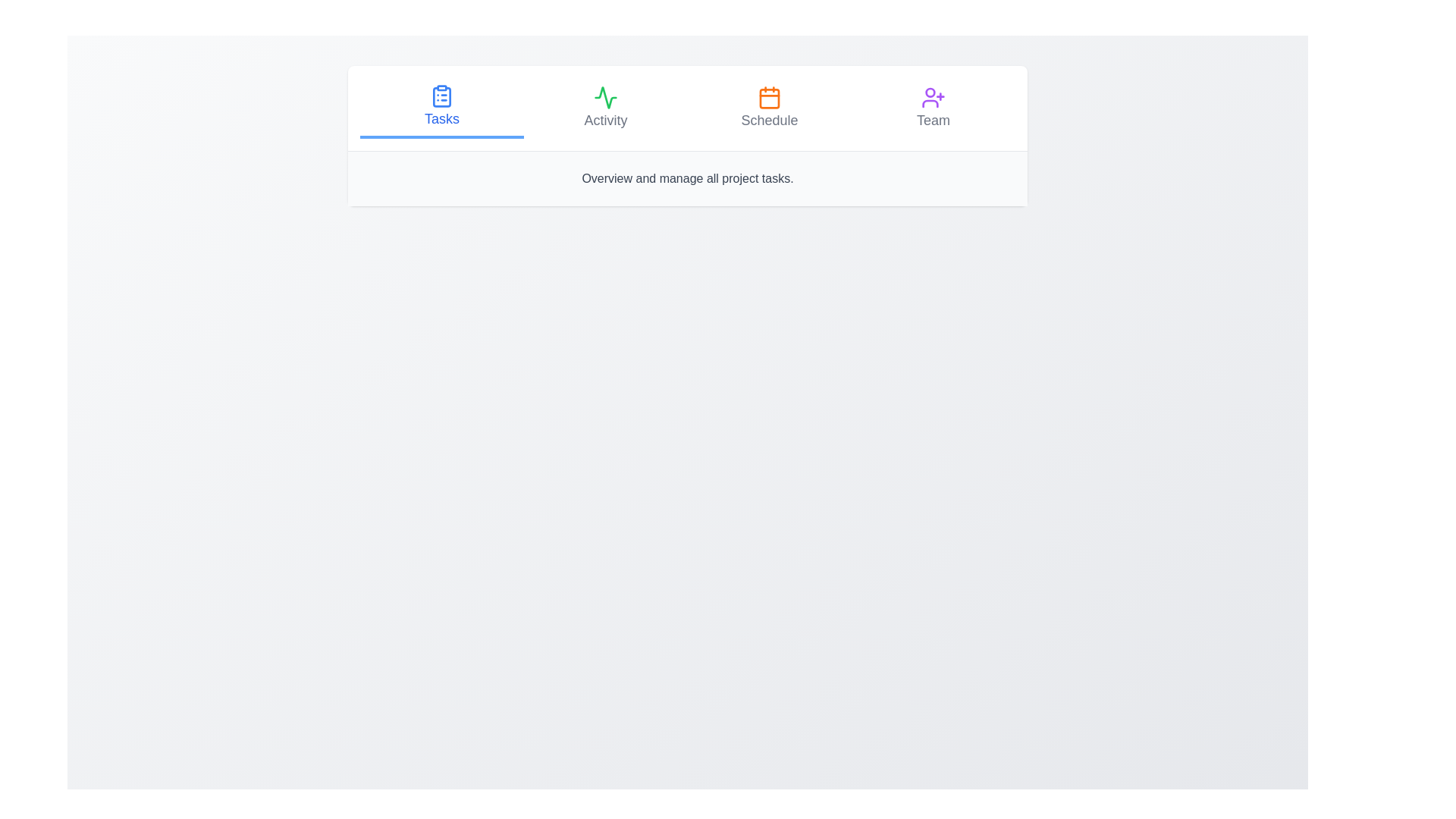 Image resolution: width=1456 pixels, height=819 pixels. Describe the element at coordinates (604, 107) in the screenshot. I see `the Activity tab` at that location.